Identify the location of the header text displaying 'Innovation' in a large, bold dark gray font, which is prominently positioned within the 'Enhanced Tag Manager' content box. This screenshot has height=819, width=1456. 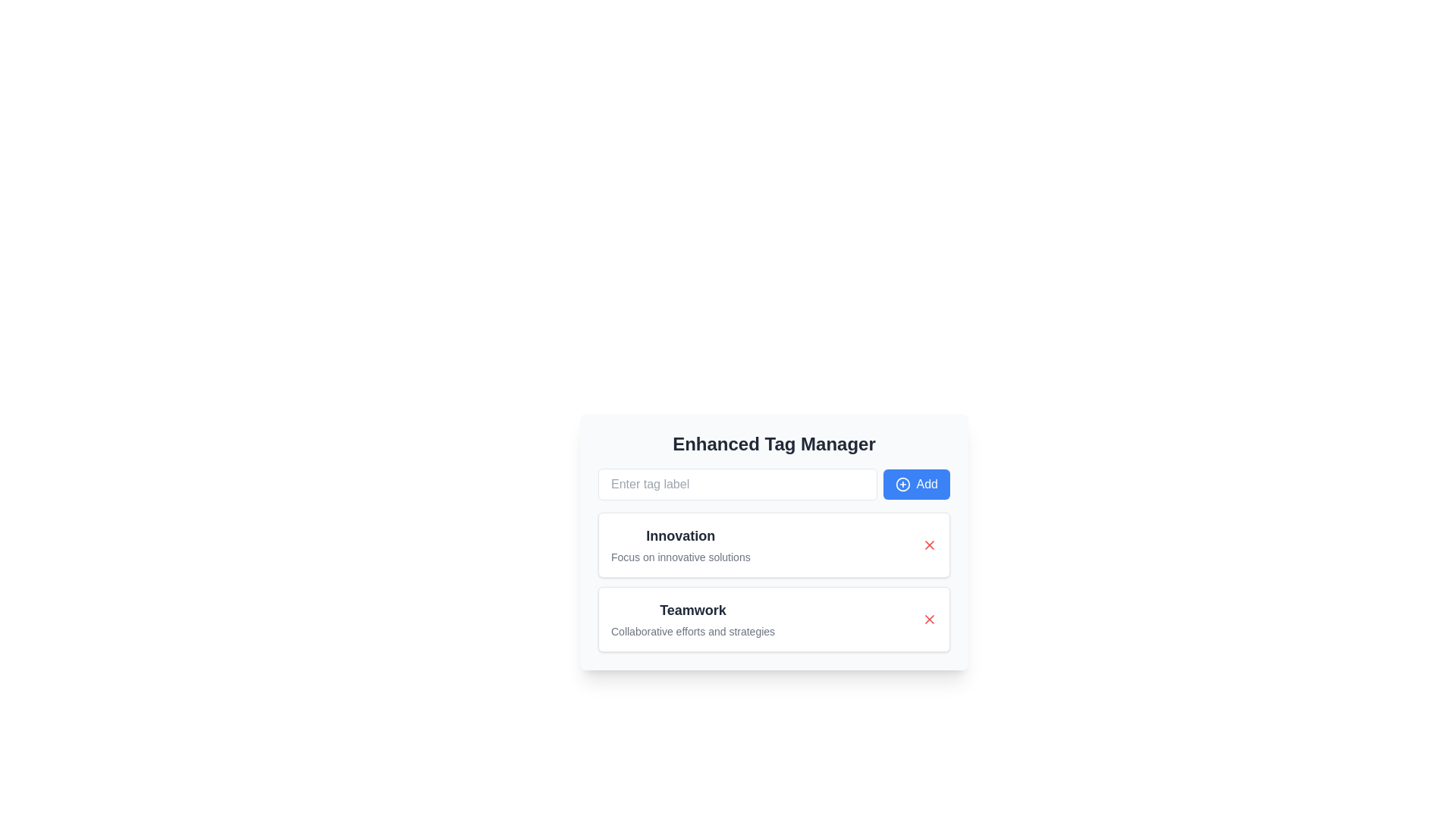
(679, 535).